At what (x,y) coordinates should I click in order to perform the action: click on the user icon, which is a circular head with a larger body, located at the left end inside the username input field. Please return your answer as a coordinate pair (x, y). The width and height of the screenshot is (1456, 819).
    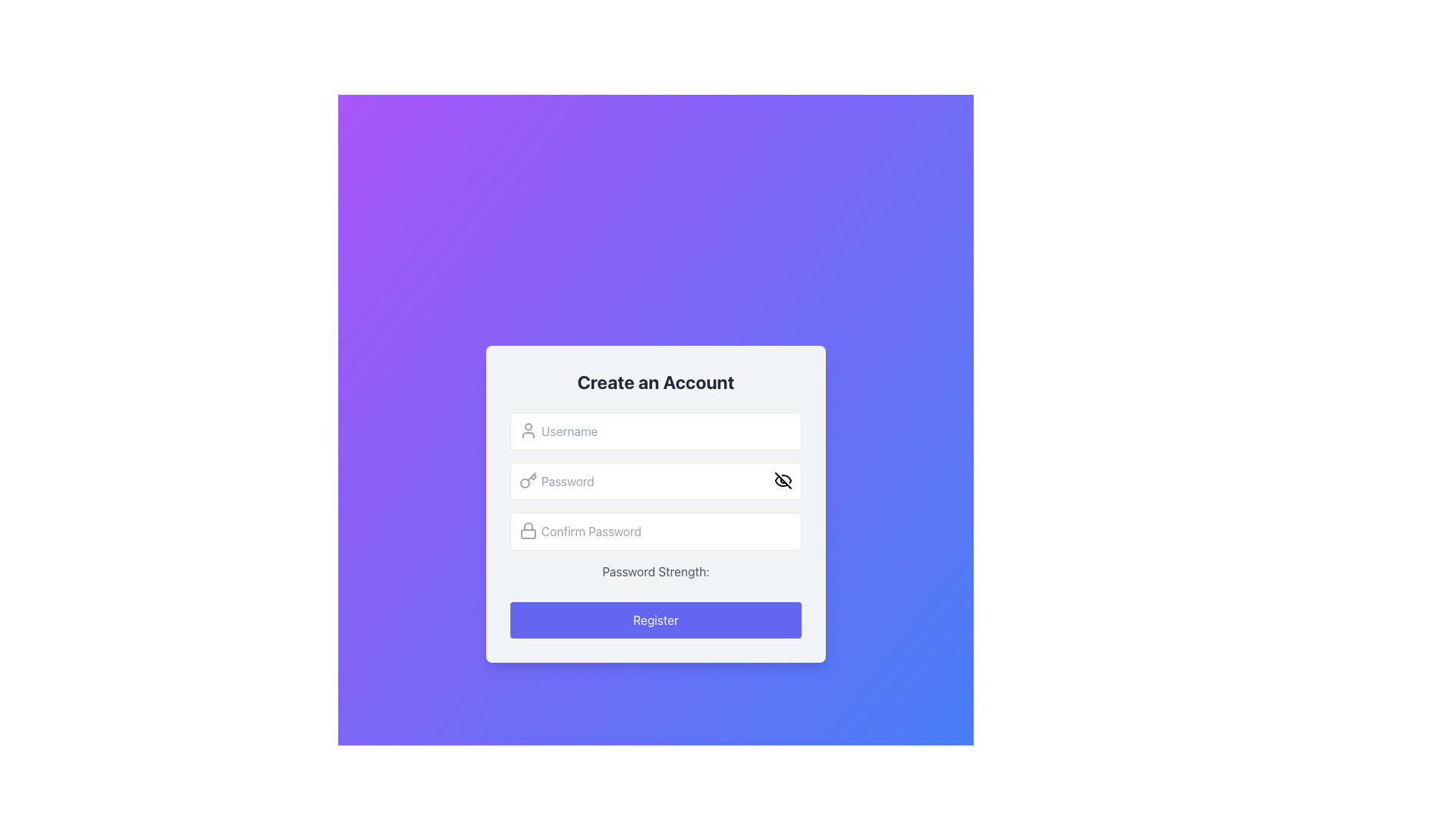
    Looking at the image, I should click on (528, 430).